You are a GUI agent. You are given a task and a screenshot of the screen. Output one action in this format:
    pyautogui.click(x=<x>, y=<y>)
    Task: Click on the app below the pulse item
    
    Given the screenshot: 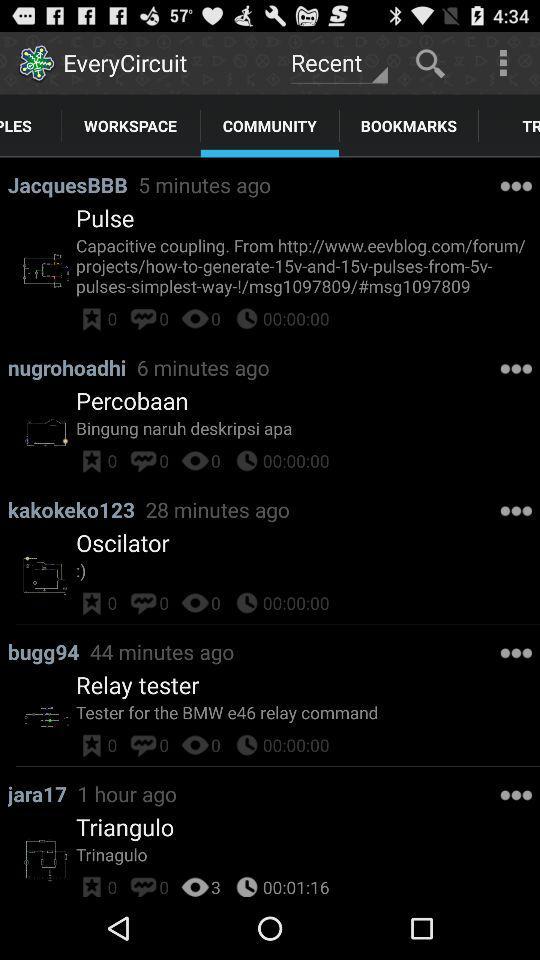 What is the action you would take?
    pyautogui.click(x=308, y=264)
    